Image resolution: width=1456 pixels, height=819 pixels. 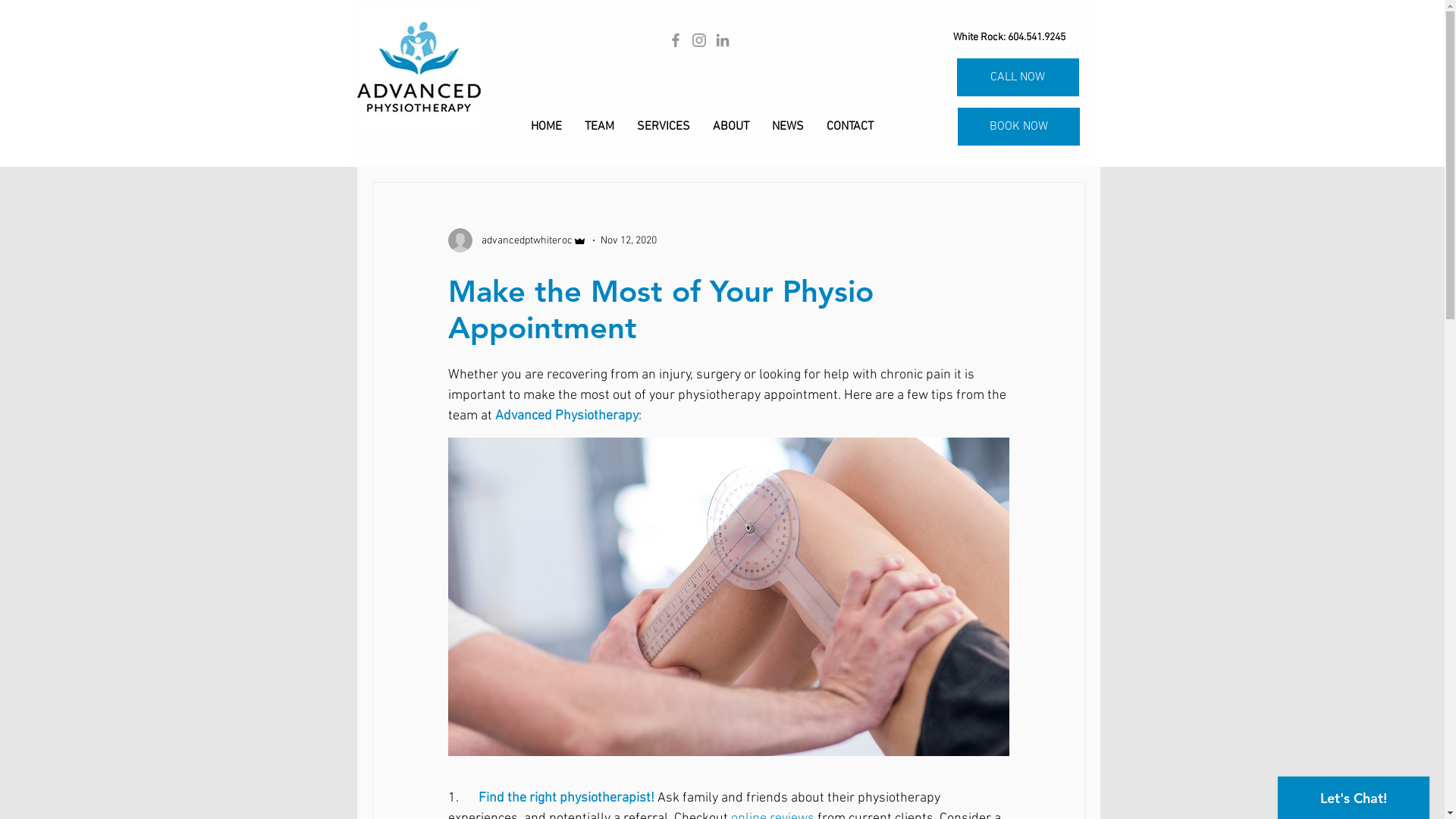 What do you see at coordinates (814, 125) in the screenshot?
I see `'CONTACT'` at bounding box center [814, 125].